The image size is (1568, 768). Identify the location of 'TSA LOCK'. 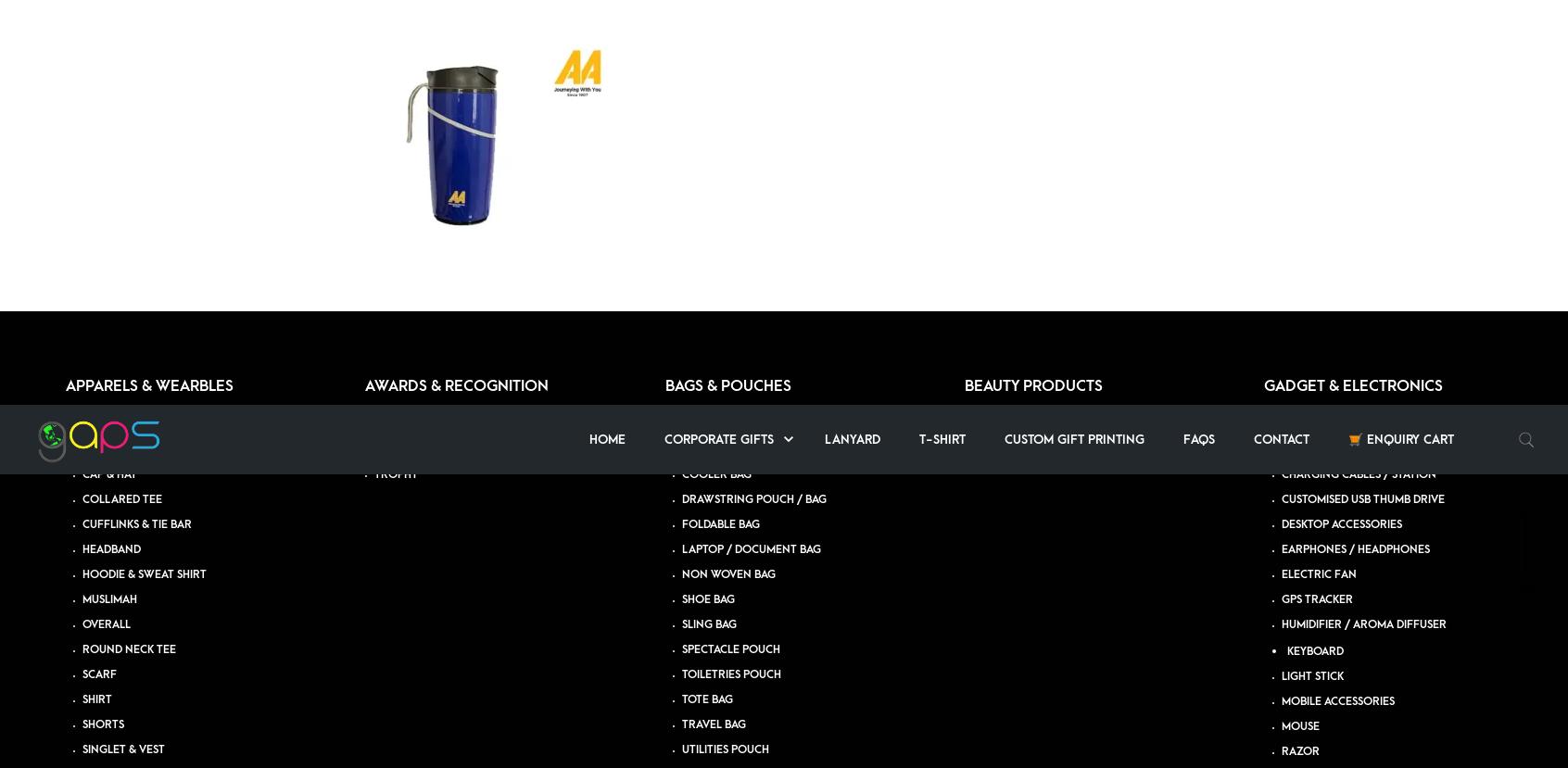
(1306, 87).